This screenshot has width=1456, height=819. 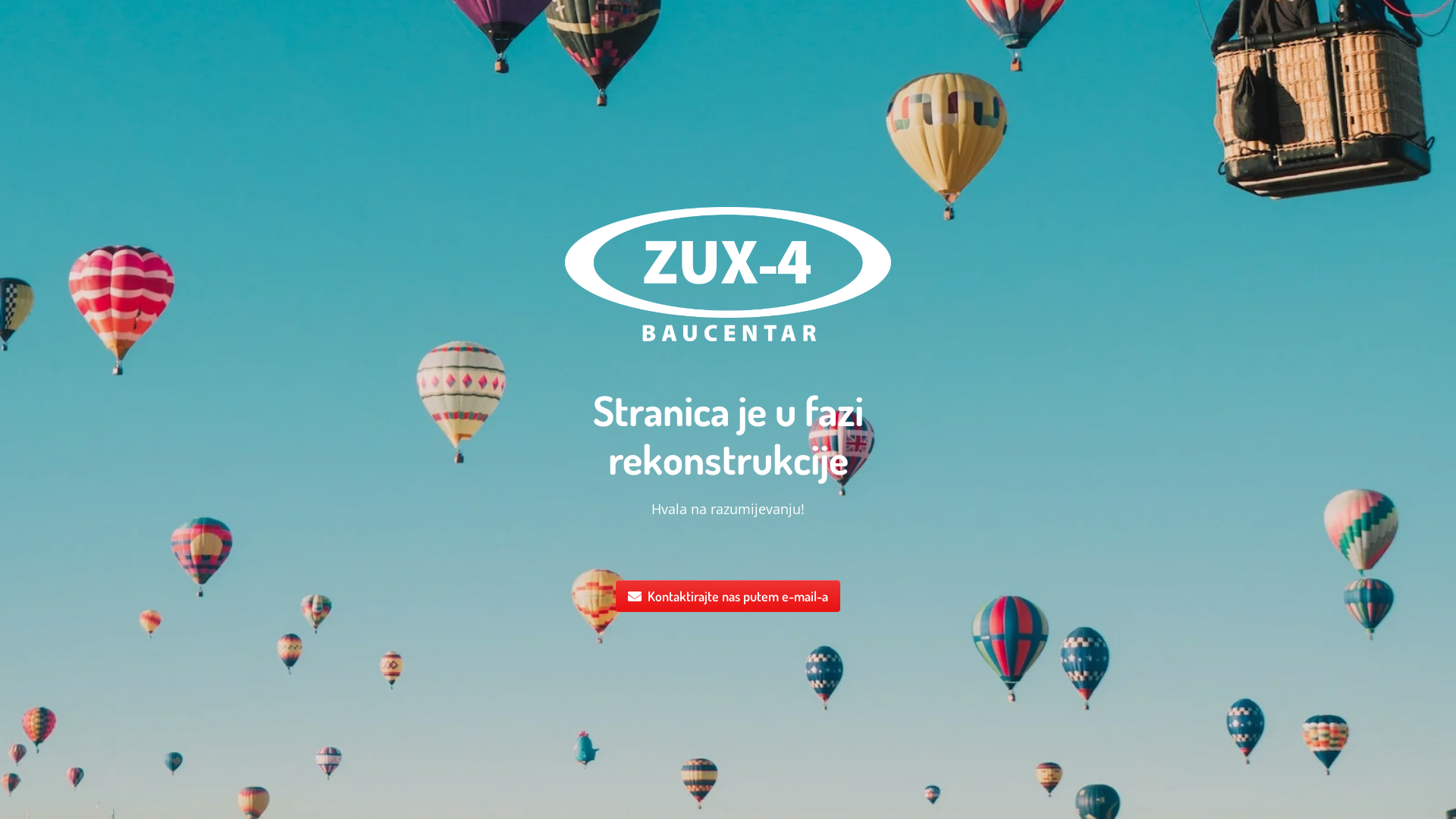 I want to click on 'Kontaktirajte nas putem e-mail-a', so click(x=728, y=595).